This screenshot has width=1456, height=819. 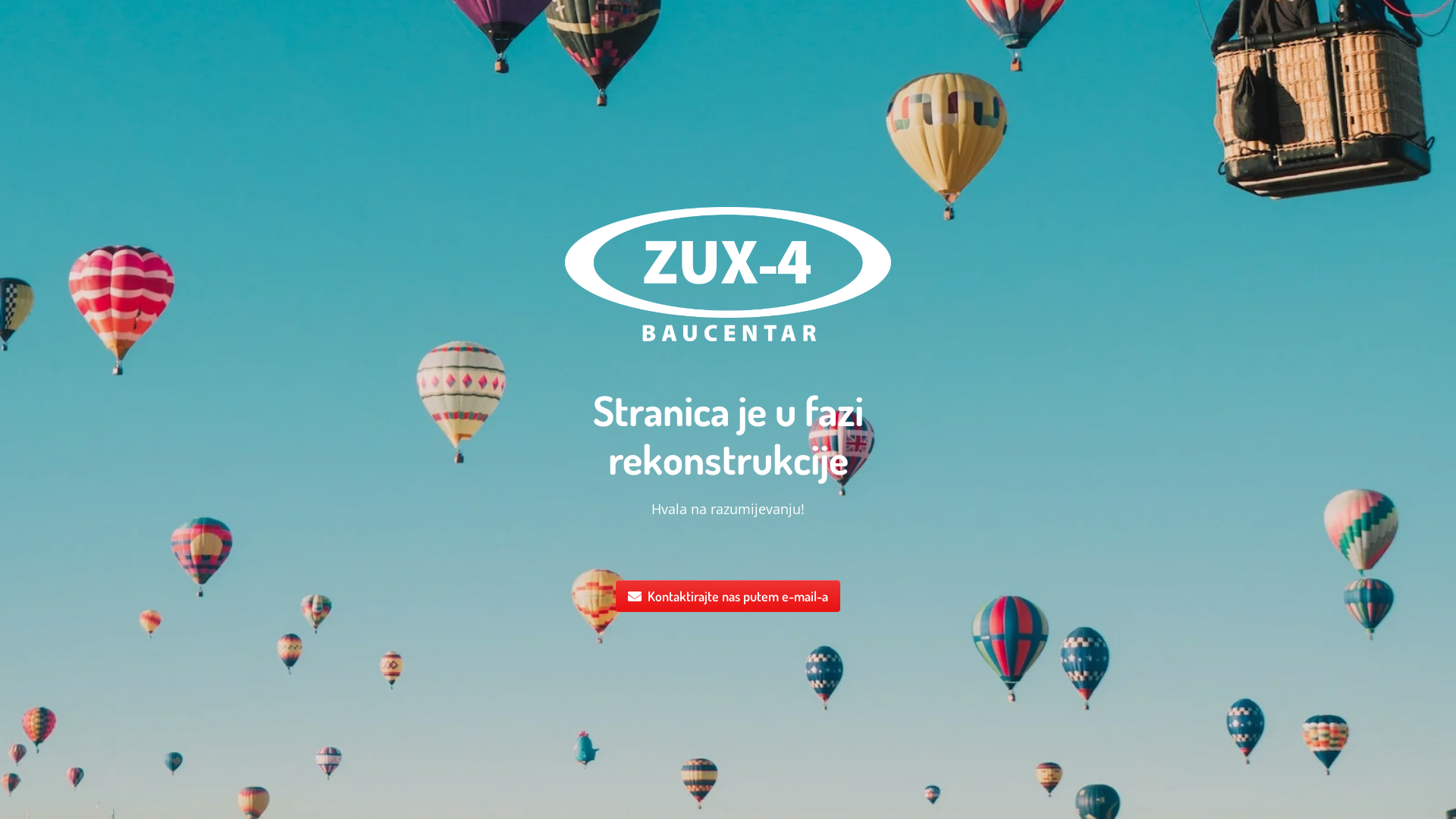 I want to click on 'Kontaktirajte nas putem e-mail-a', so click(x=728, y=595).